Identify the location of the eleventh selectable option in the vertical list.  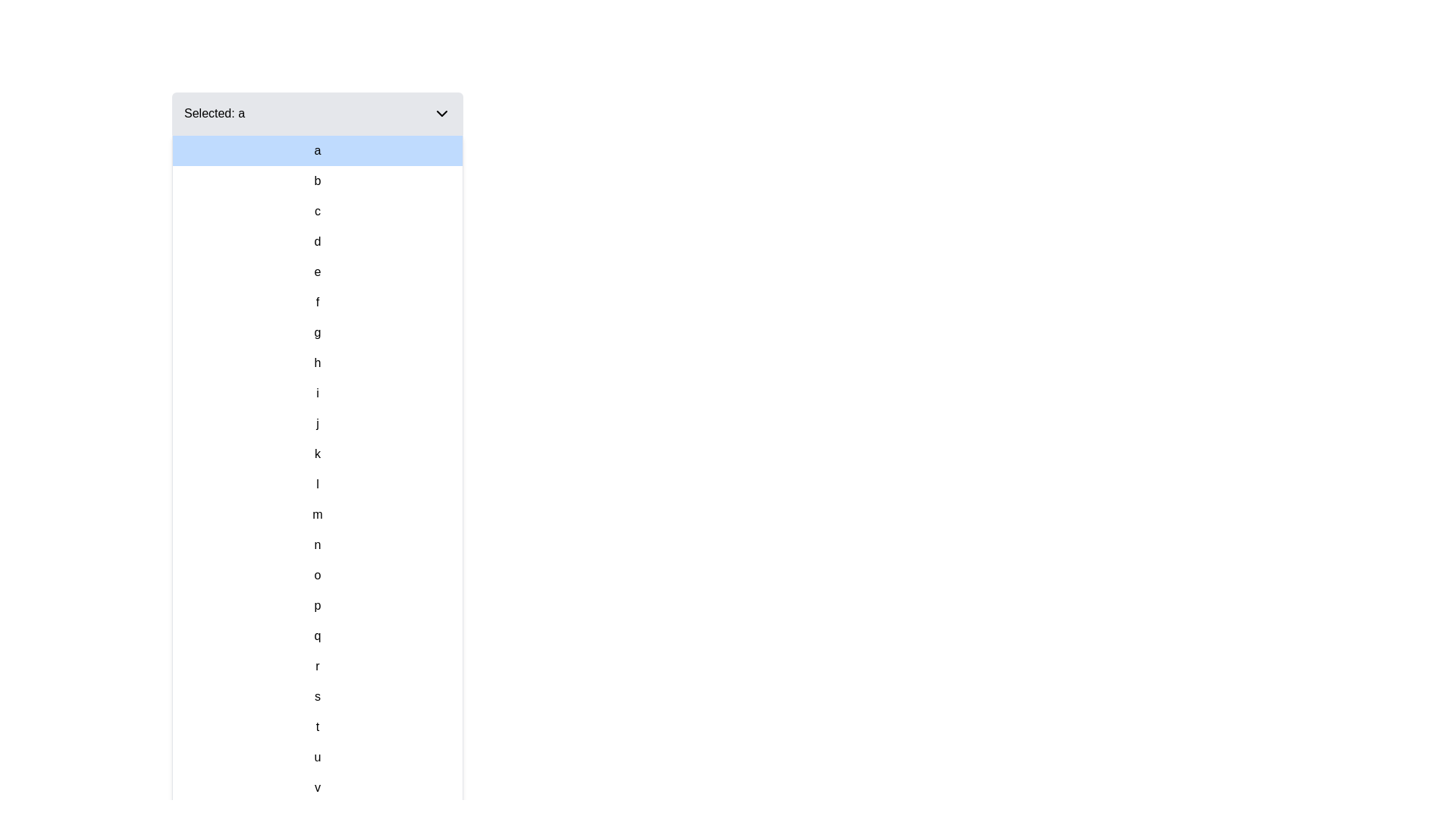
(316, 453).